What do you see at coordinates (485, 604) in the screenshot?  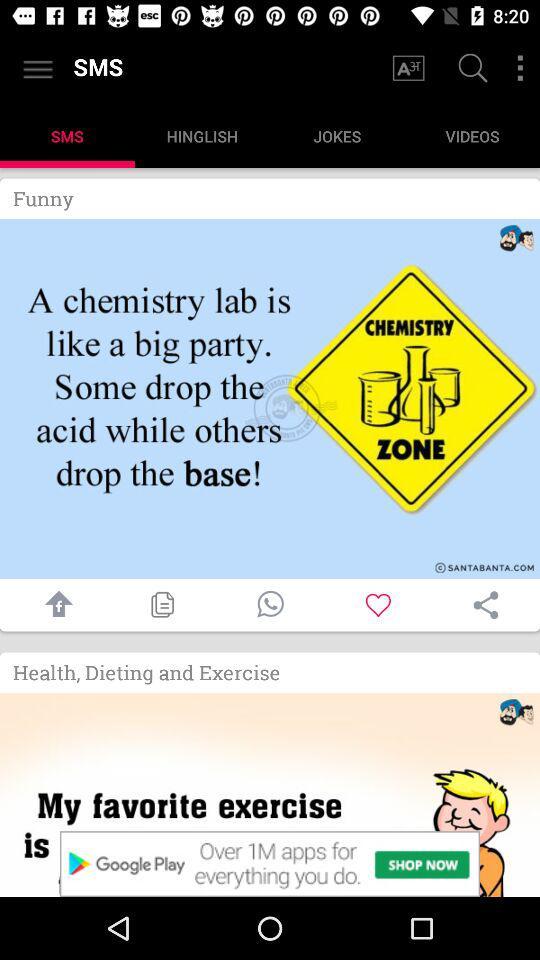 I see `share option` at bounding box center [485, 604].